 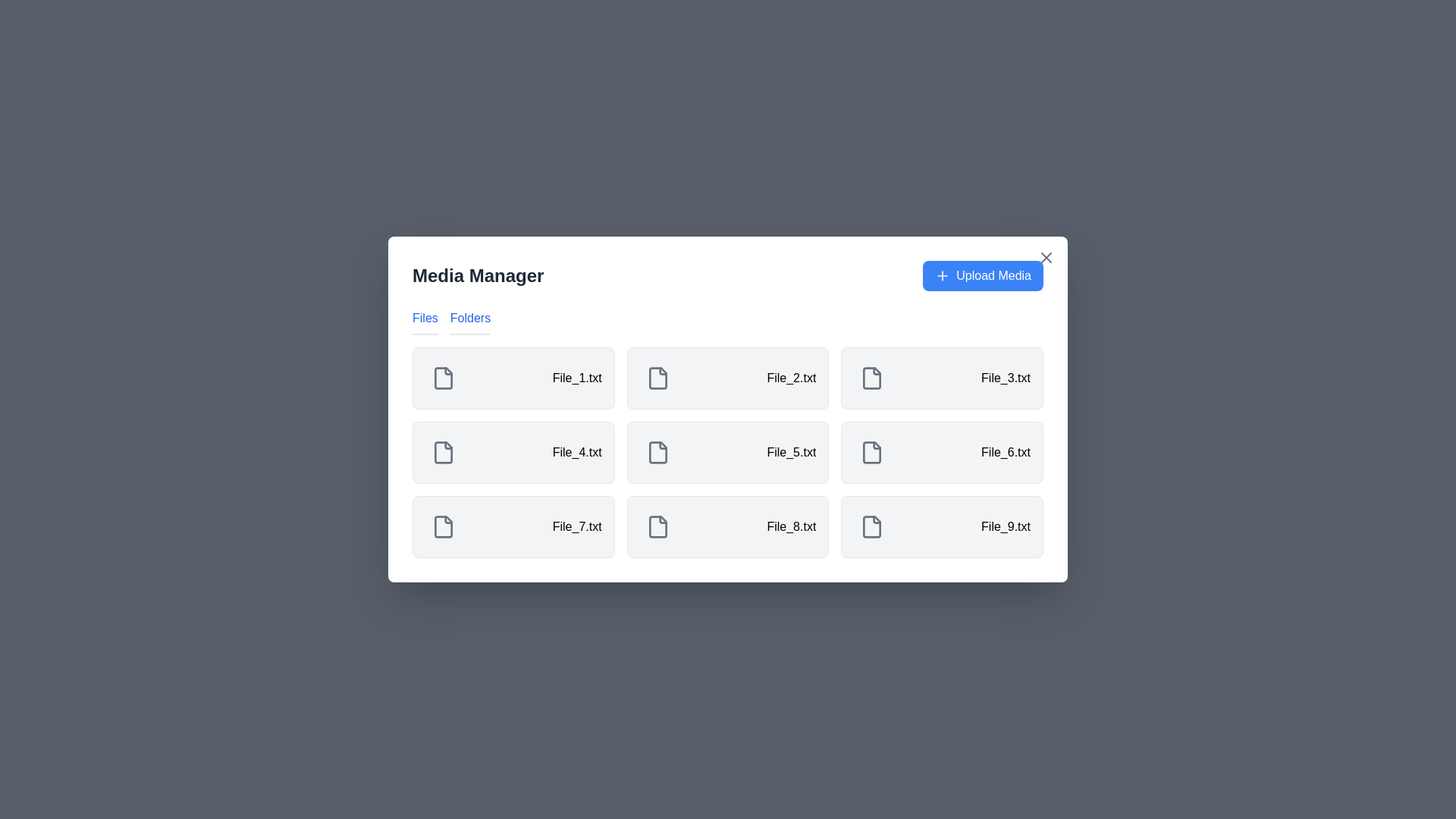 What do you see at coordinates (872, 377) in the screenshot?
I see `the gray file icon with a folded corner in the top-right position of the third row in the file grid layout of the 'Media Manager' interface` at bounding box center [872, 377].